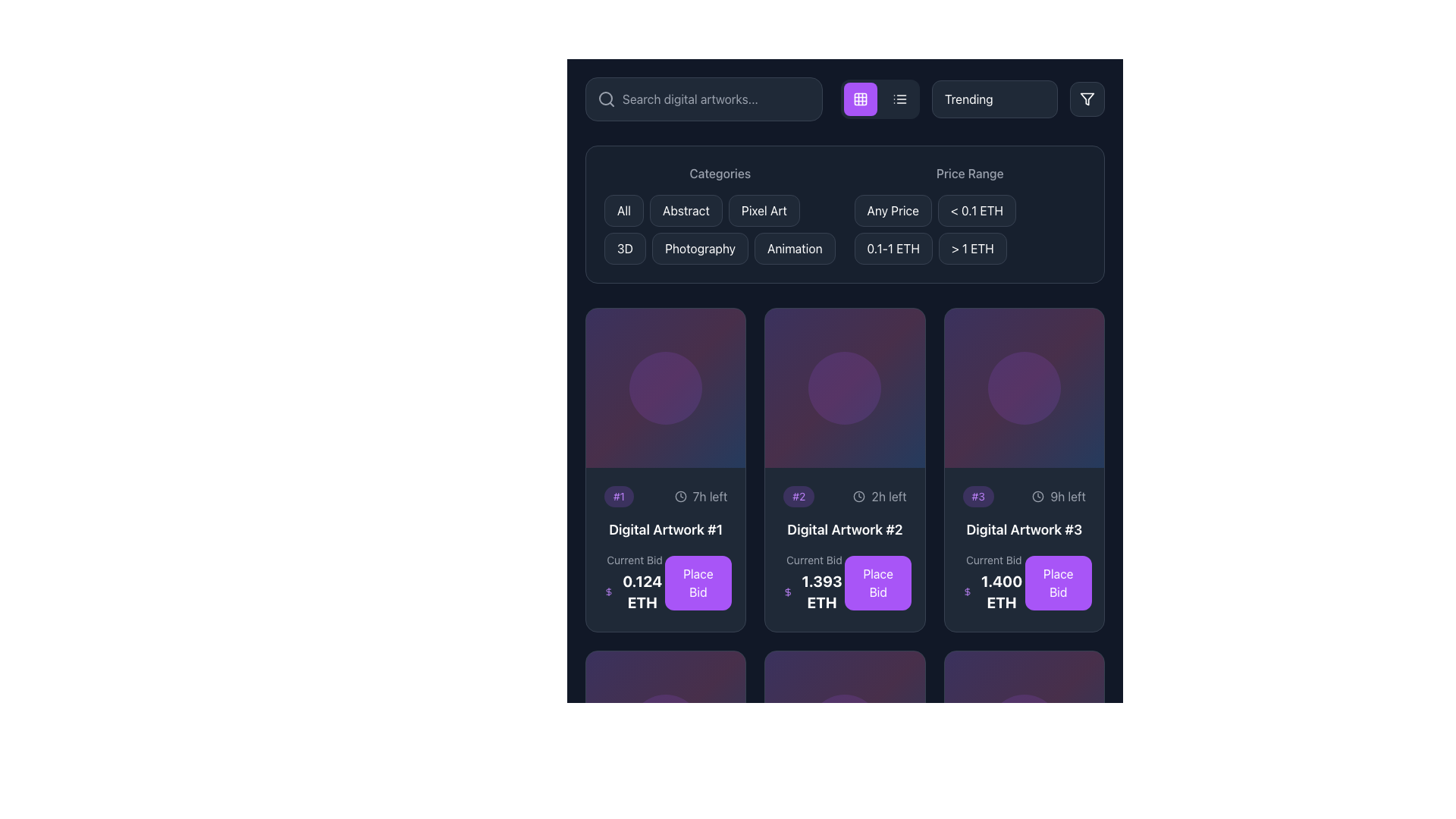 The width and height of the screenshot is (1456, 819). What do you see at coordinates (813, 560) in the screenshot?
I see `'Current Bid' text label, which is styled in a smaller gray font and located above the numeric bid amount in ETH` at bounding box center [813, 560].